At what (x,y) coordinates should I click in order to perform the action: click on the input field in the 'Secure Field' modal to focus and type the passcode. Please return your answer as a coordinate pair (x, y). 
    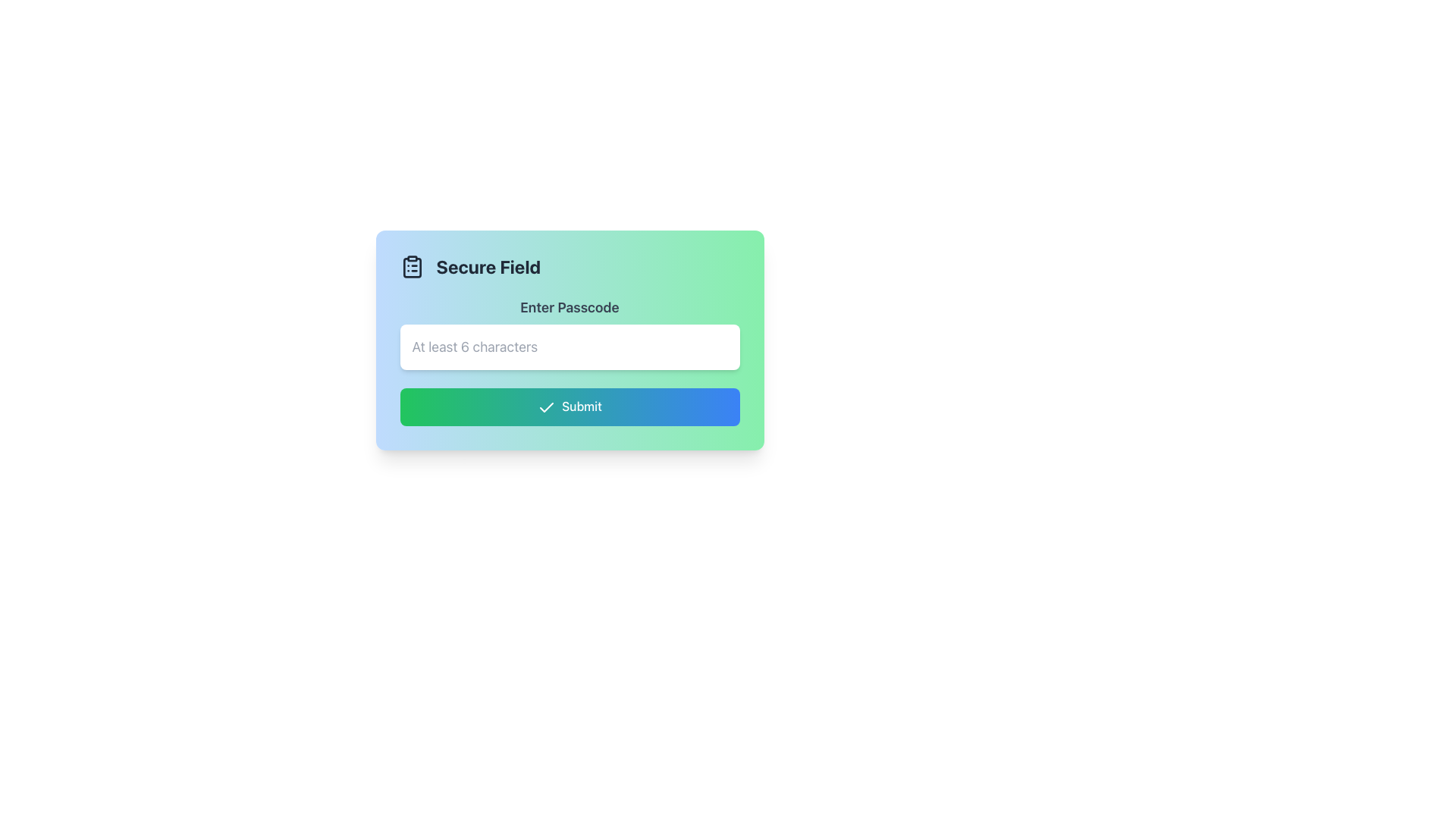
    Looking at the image, I should click on (569, 339).